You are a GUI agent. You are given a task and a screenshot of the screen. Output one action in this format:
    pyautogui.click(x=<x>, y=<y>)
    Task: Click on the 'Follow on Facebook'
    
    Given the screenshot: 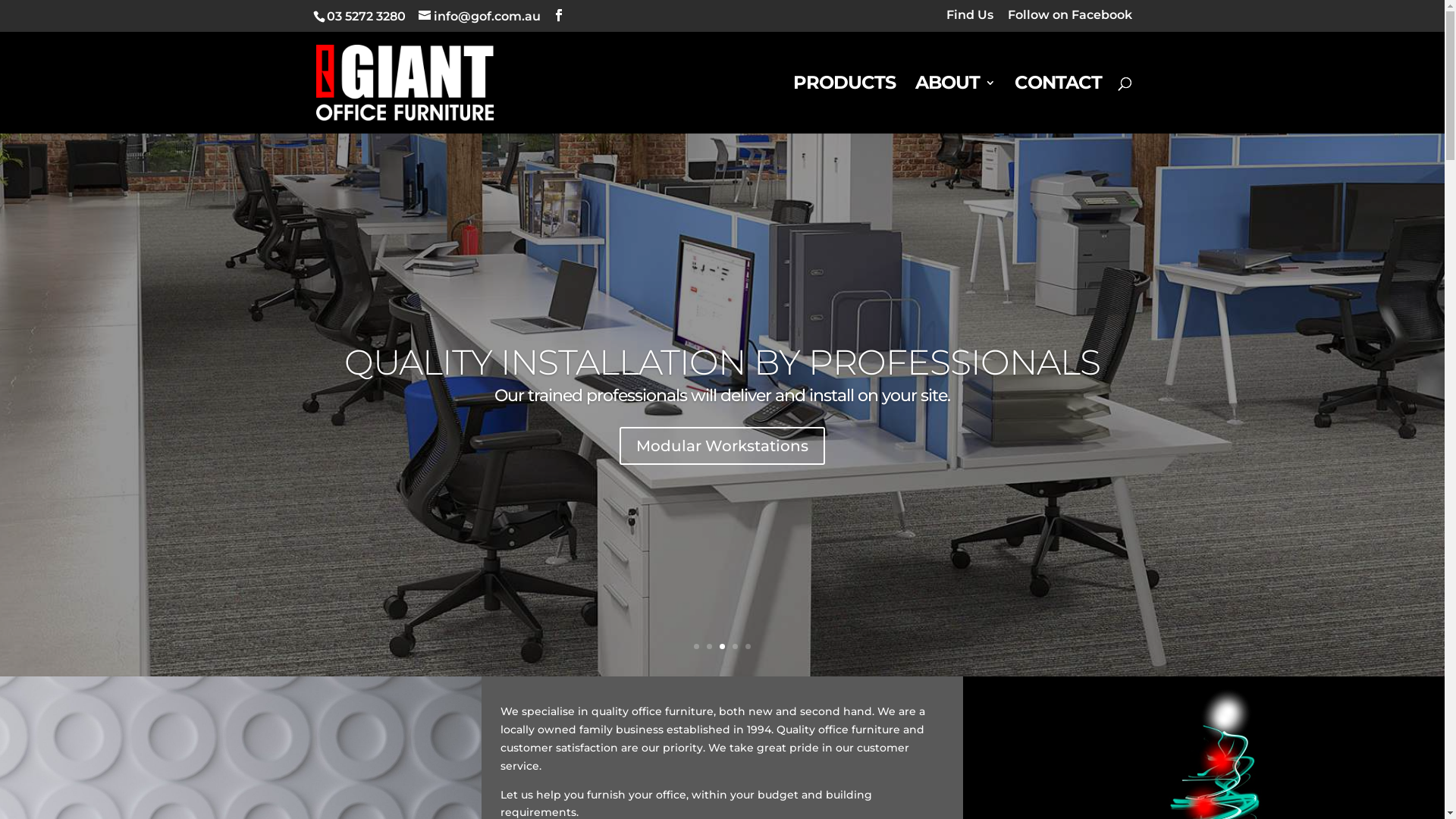 What is the action you would take?
    pyautogui.click(x=1068, y=20)
    